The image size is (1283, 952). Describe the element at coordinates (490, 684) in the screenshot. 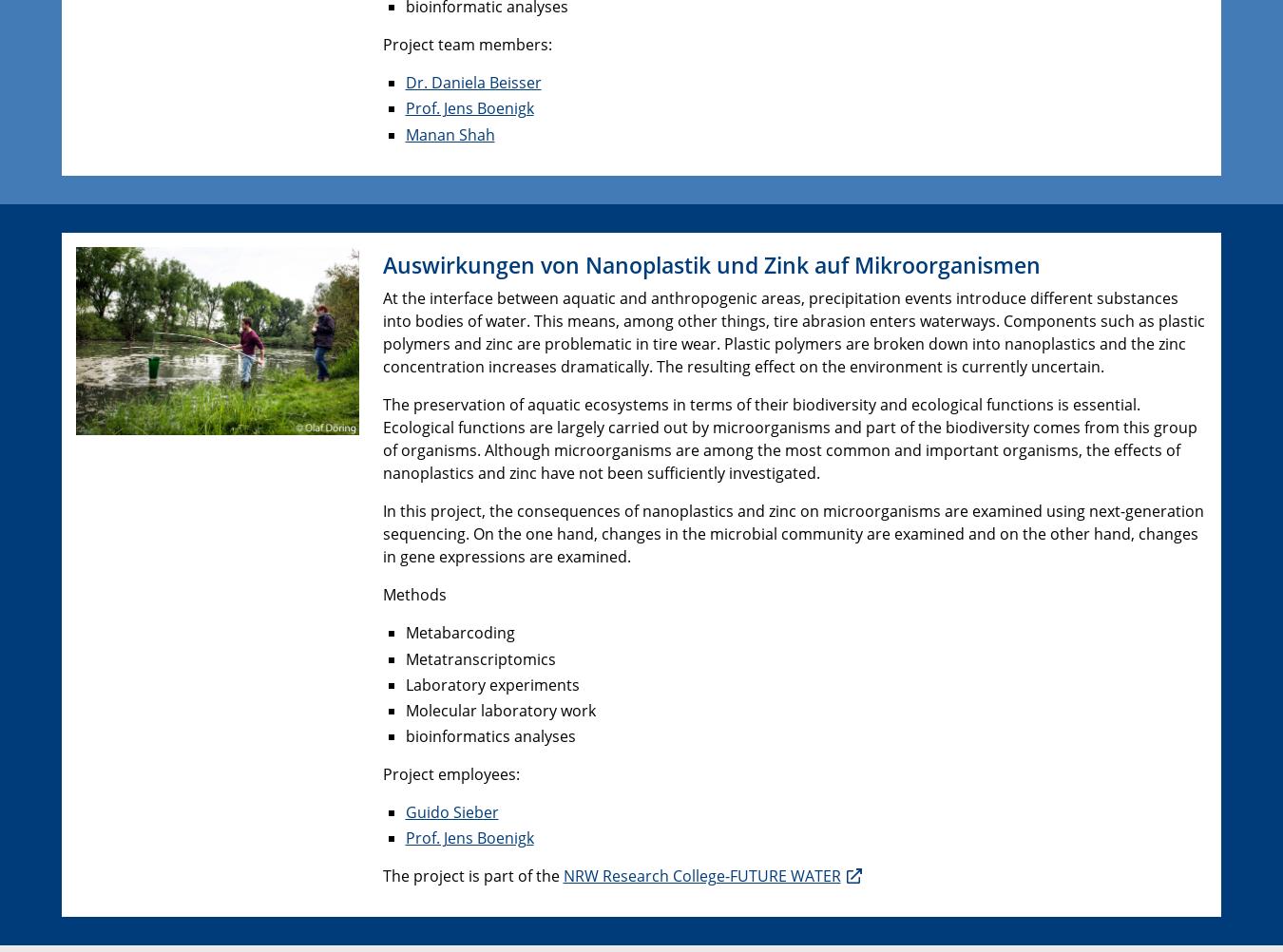

I see `'Laboratory experiments'` at that location.